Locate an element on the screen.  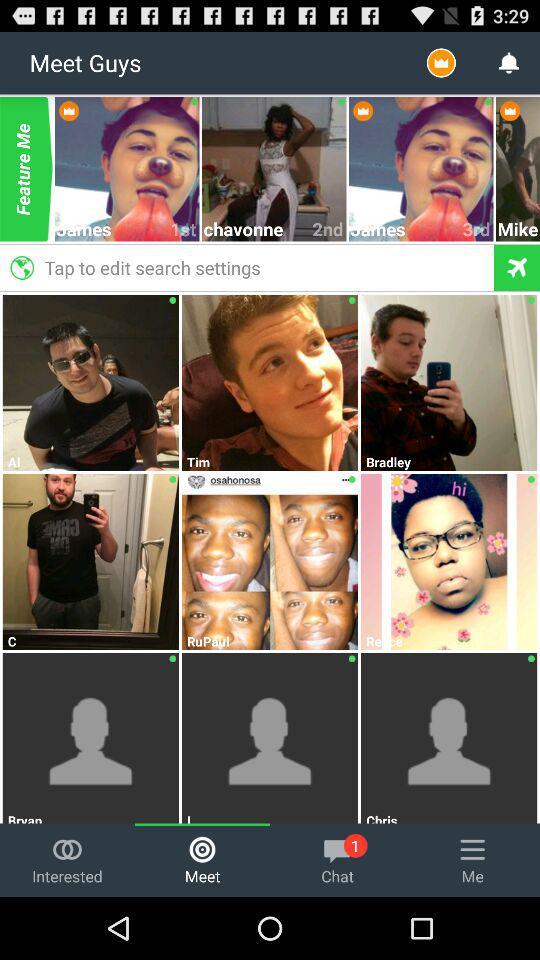
go back is located at coordinates (516, 266).